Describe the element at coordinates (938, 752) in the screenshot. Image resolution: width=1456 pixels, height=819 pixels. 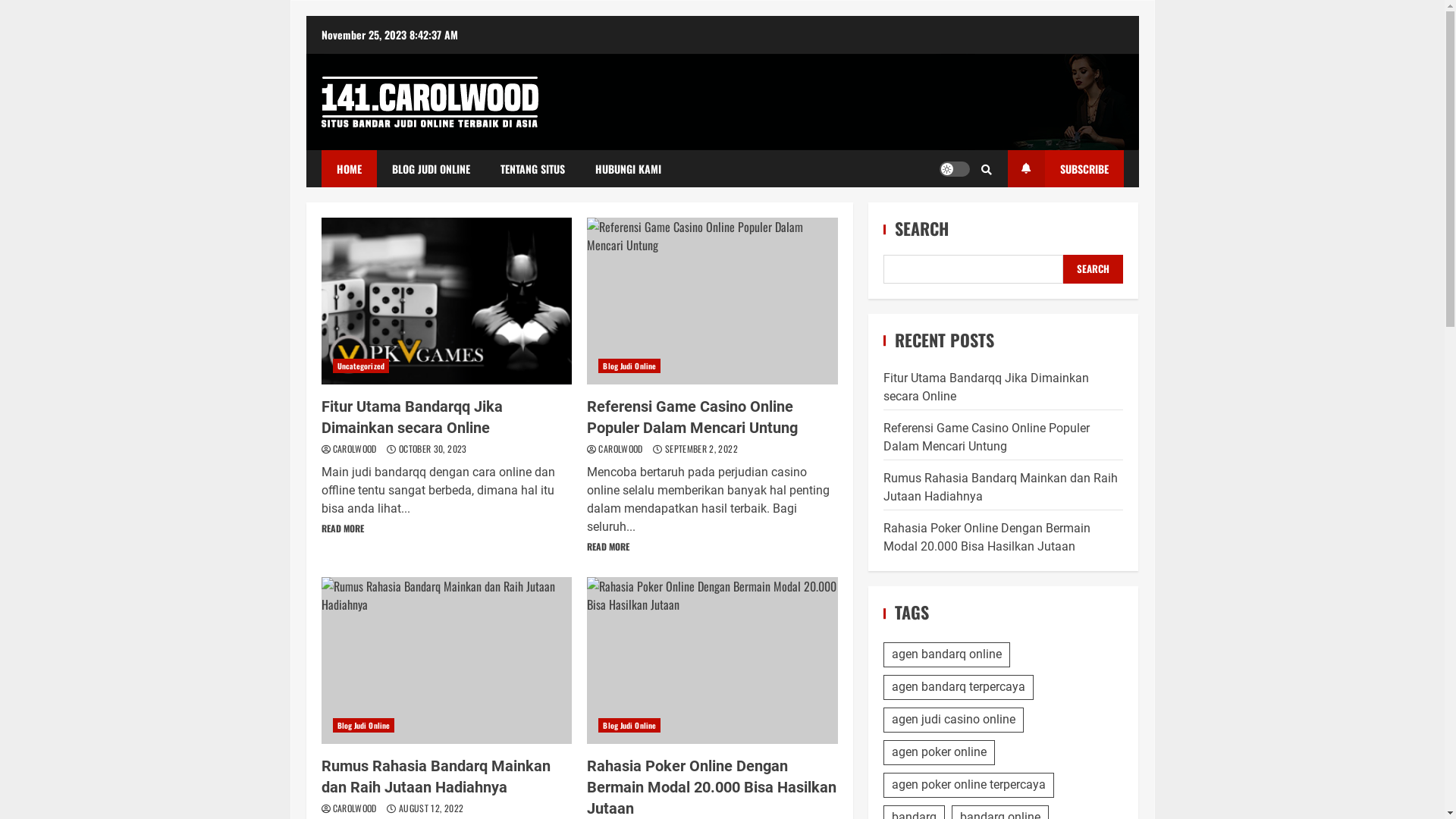
I see `'agen poker online'` at that location.